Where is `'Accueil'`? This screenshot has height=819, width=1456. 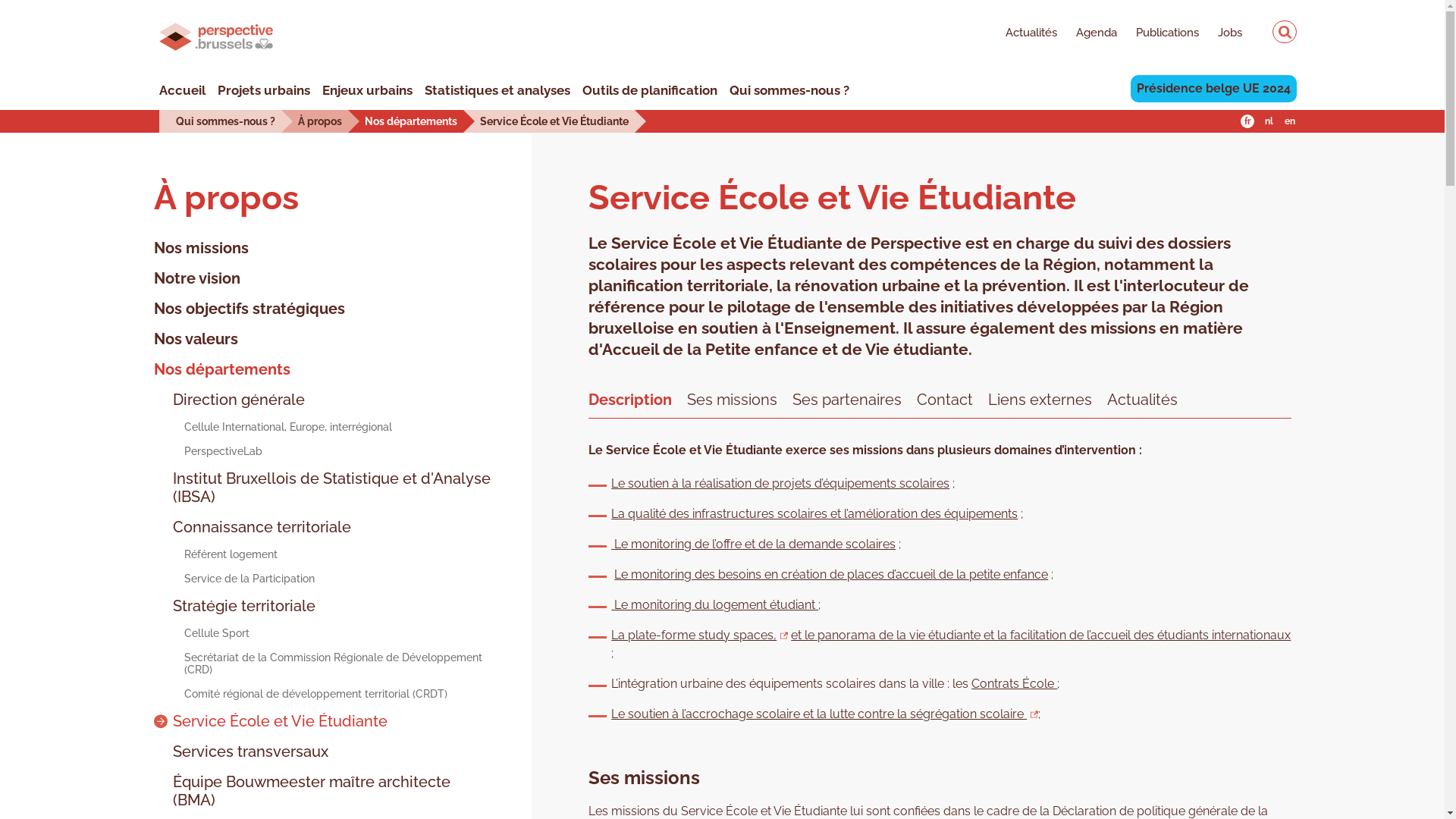
'Accueil' is located at coordinates (182, 90).